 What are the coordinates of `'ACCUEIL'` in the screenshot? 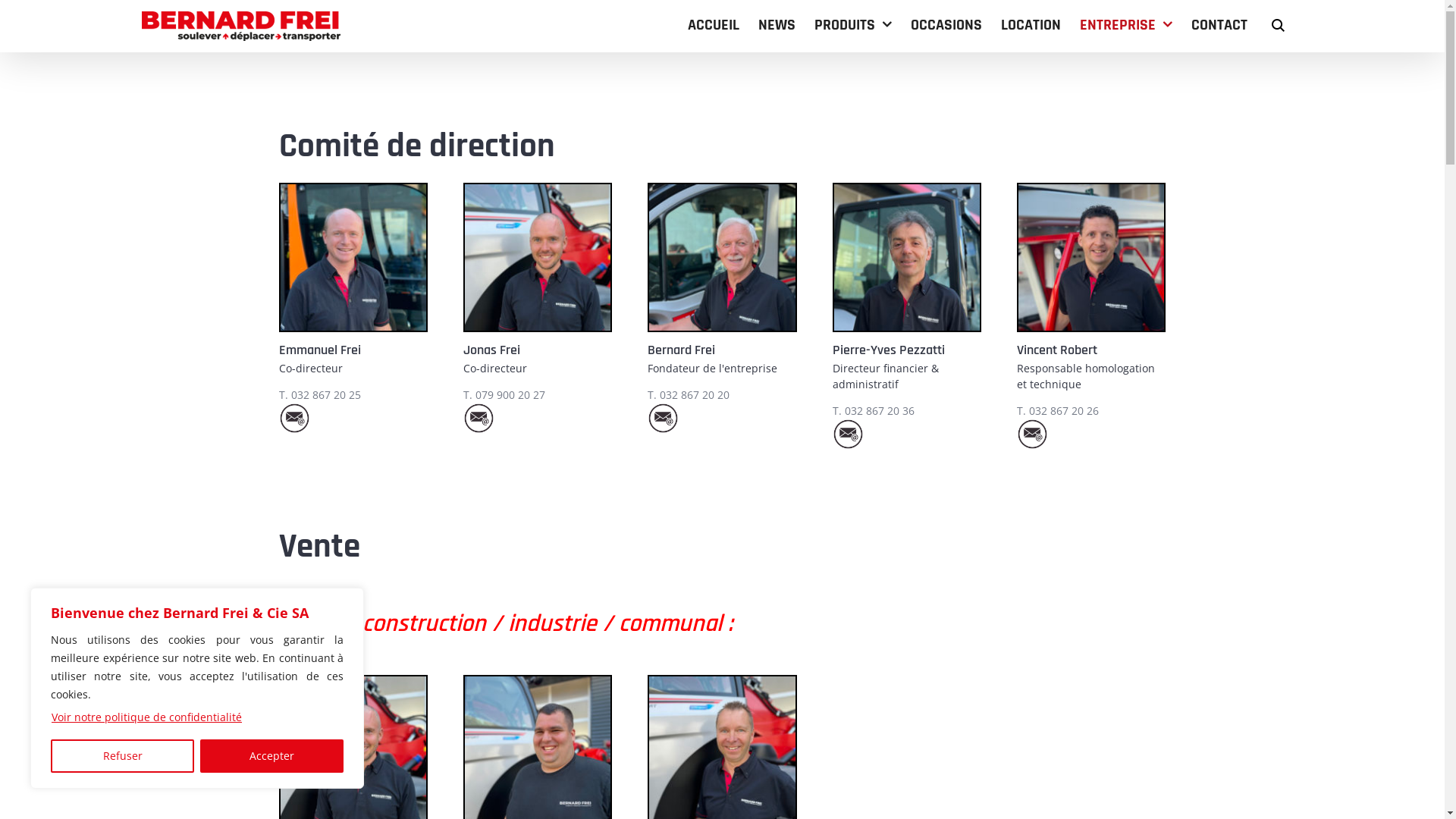 It's located at (712, 24).